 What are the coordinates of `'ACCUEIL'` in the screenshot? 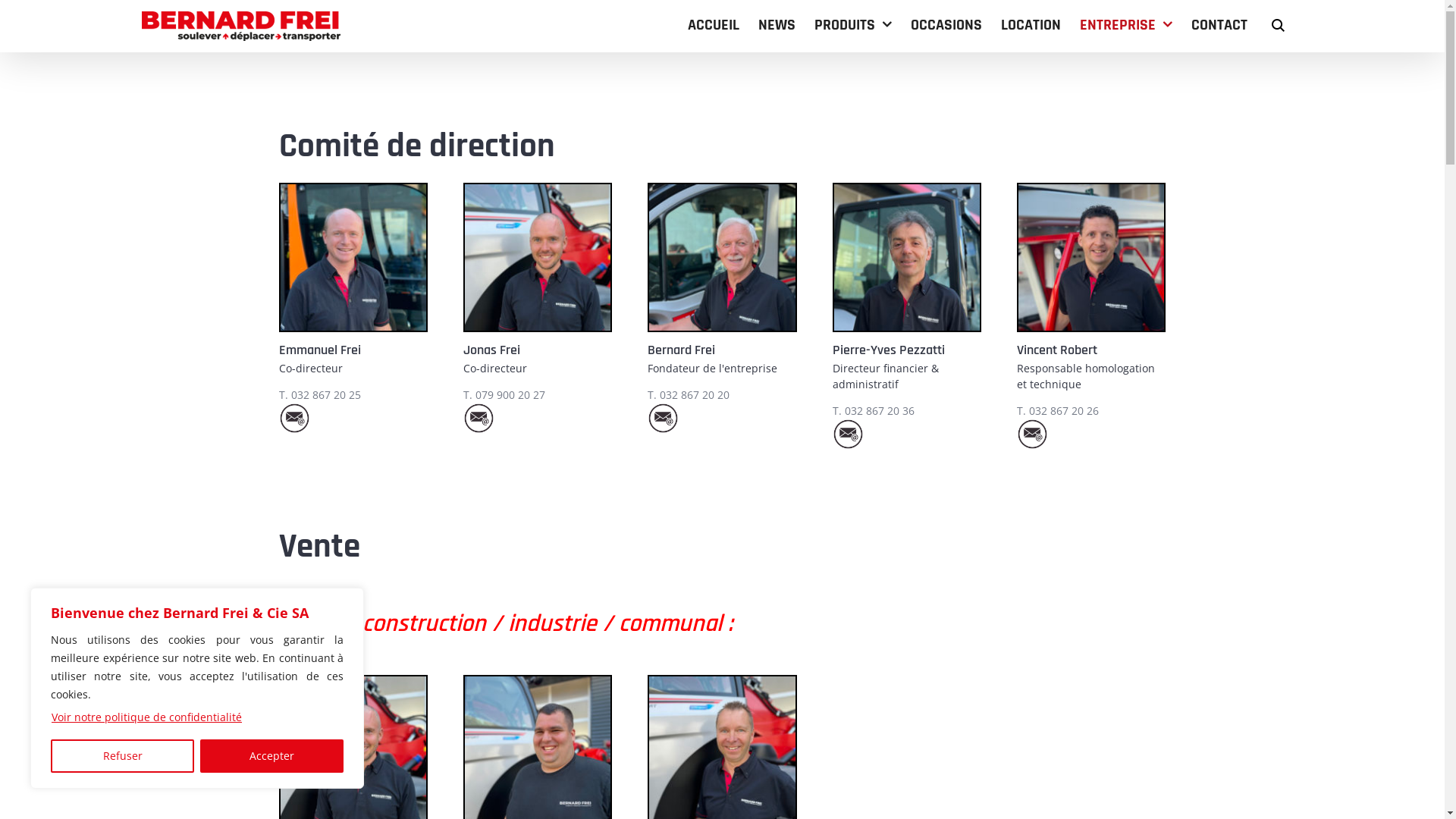 It's located at (712, 24).